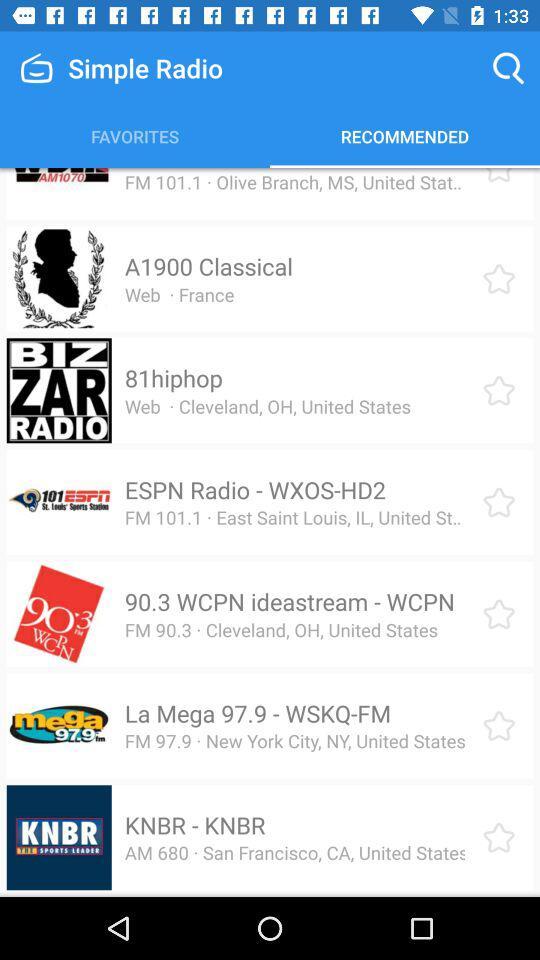 Image resolution: width=540 pixels, height=960 pixels. What do you see at coordinates (249, 168) in the screenshot?
I see `icon below favorites` at bounding box center [249, 168].